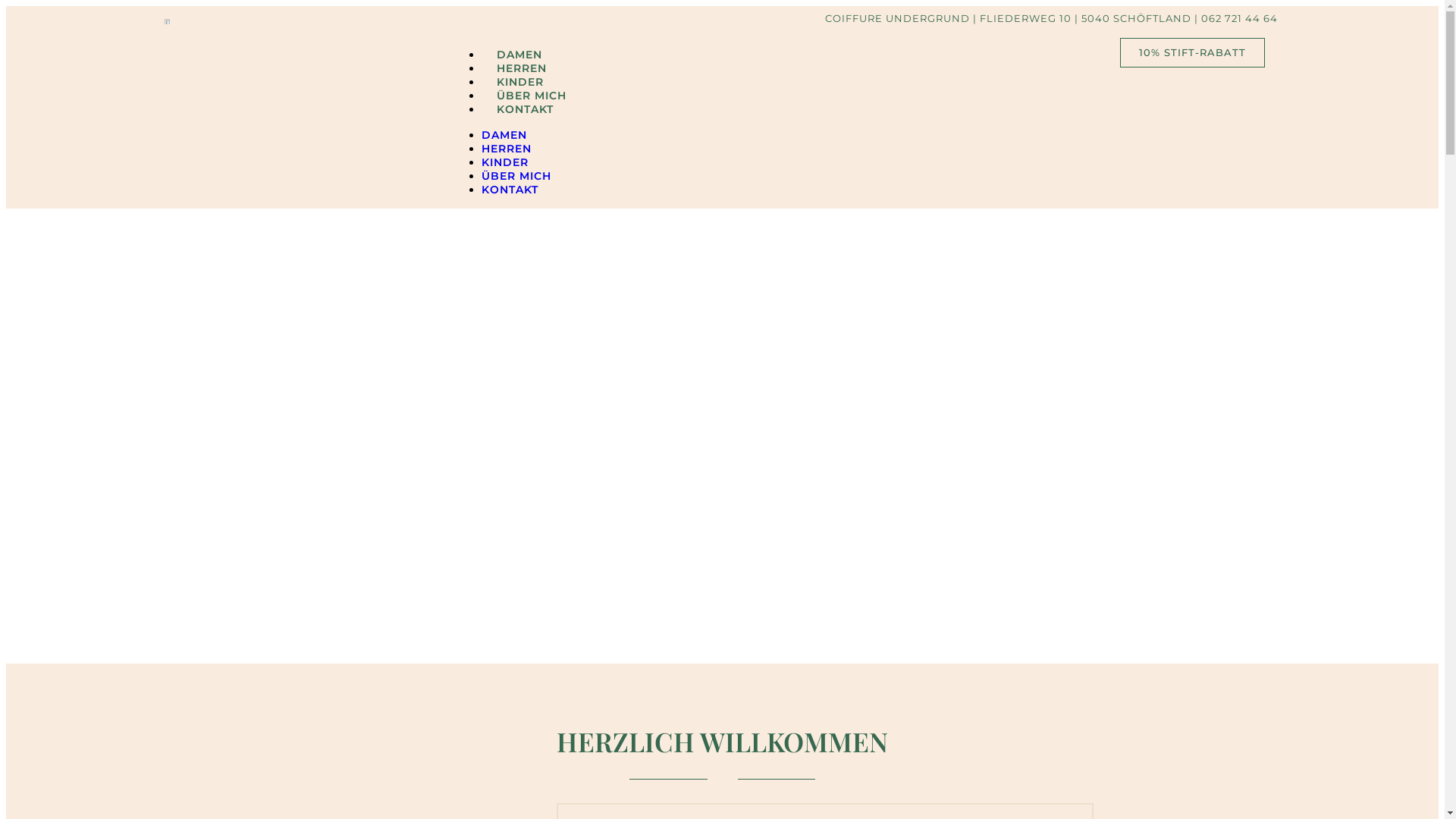 The height and width of the screenshot is (819, 1456). What do you see at coordinates (504, 133) in the screenshot?
I see `'DAMEN'` at bounding box center [504, 133].